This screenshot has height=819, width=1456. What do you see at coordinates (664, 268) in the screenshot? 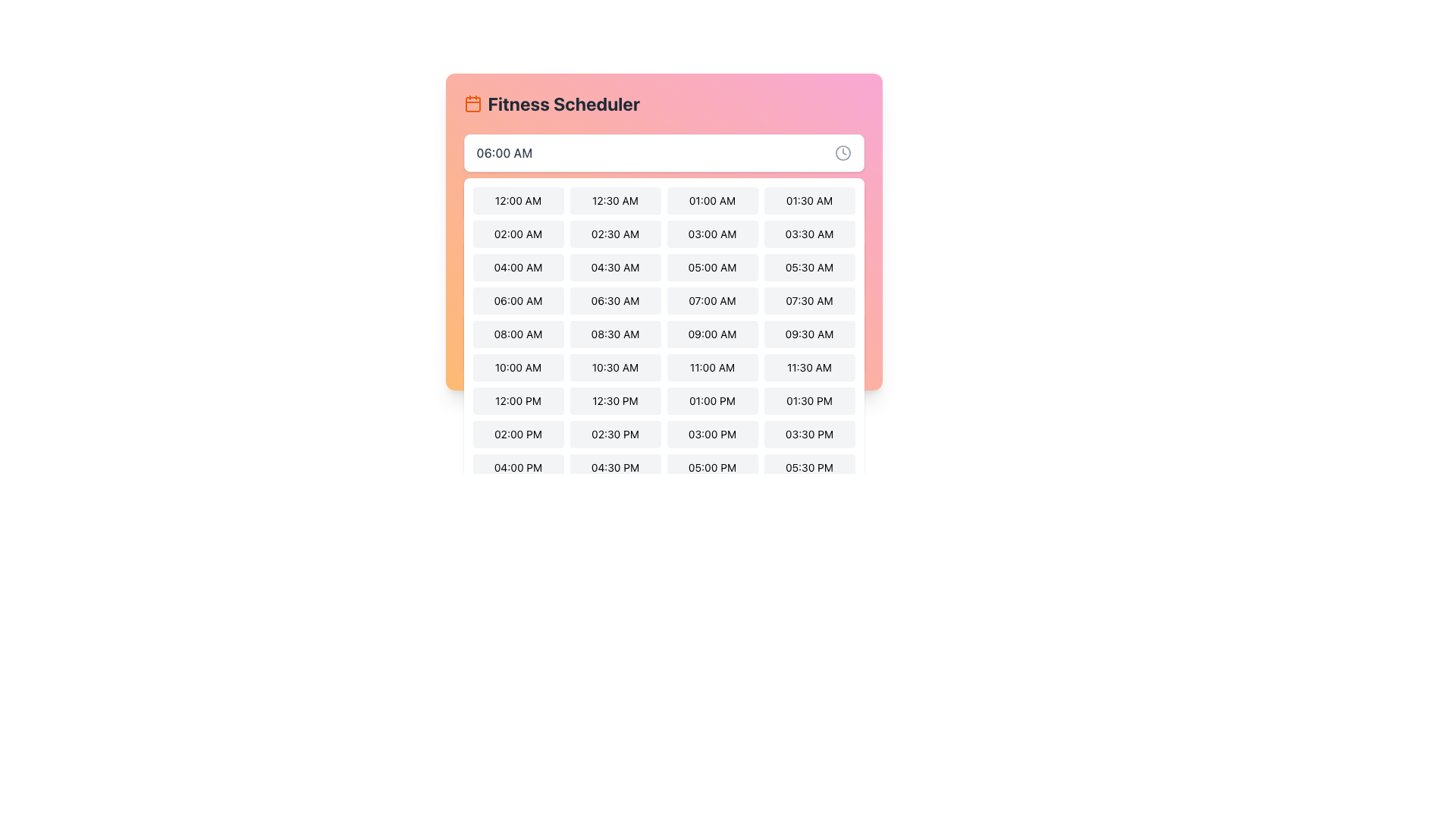
I see `the scheduling button displaying '05:00 AM'` at bounding box center [664, 268].